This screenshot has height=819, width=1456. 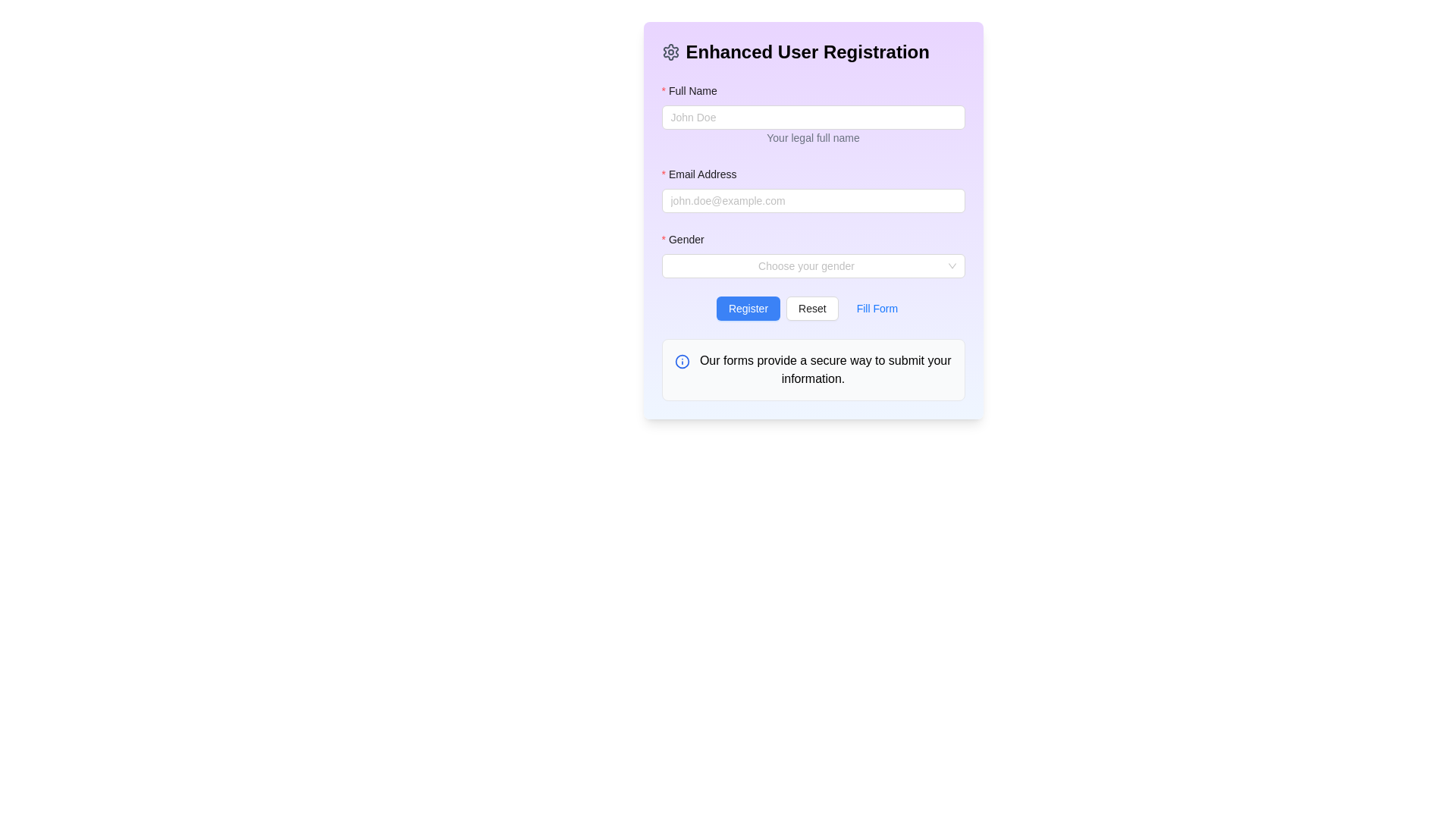 I want to click on the header element displaying 'Enhanced User Registration' with a gear icon, located at the top of its containing panel, so click(x=812, y=52).